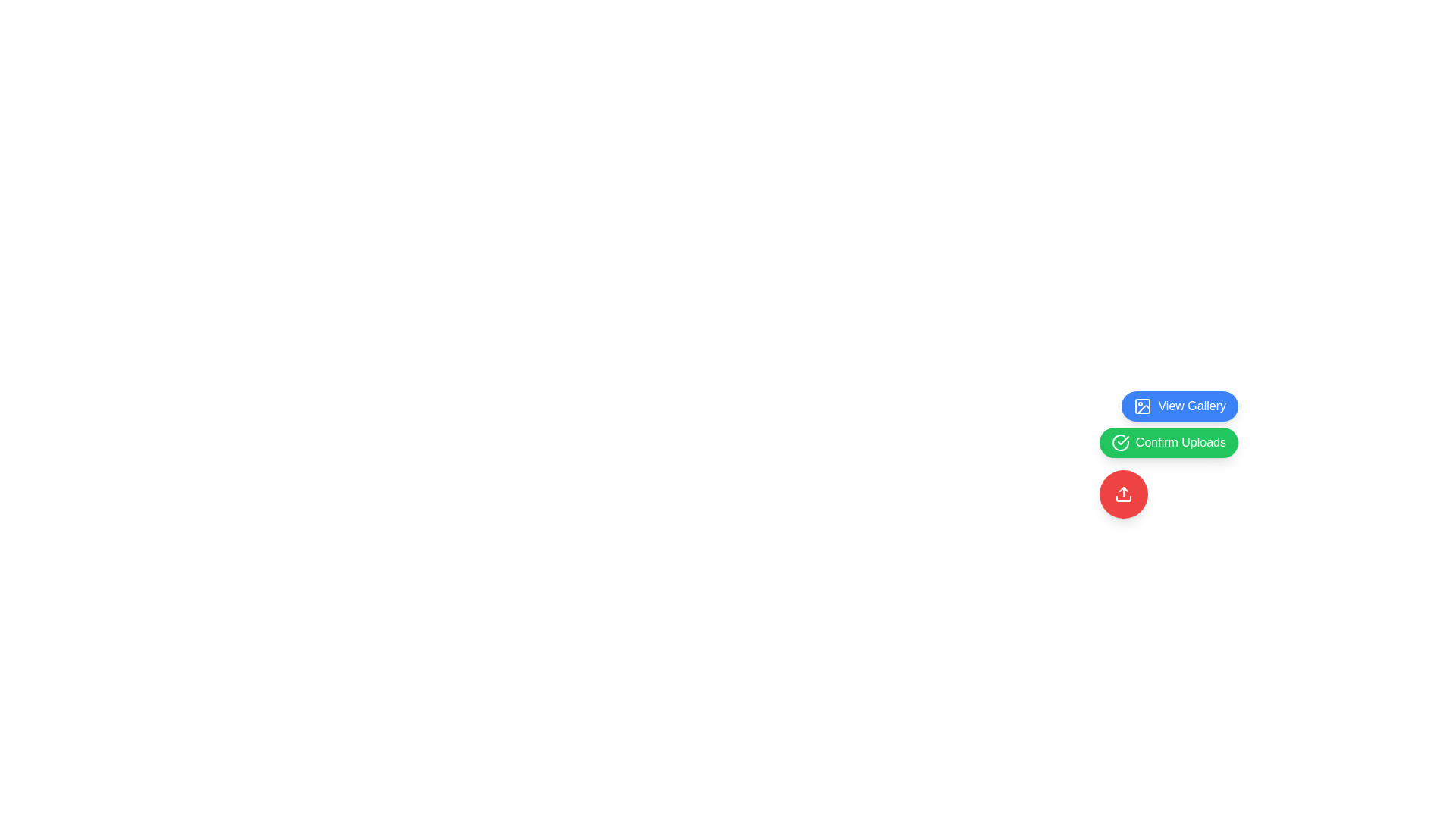 Image resolution: width=1456 pixels, height=819 pixels. I want to click on the 'Confirm Uploads' button, which is the green button located in the vertical stack above the circular red upload button in the bottom-right corner of the interface, so click(1168, 424).